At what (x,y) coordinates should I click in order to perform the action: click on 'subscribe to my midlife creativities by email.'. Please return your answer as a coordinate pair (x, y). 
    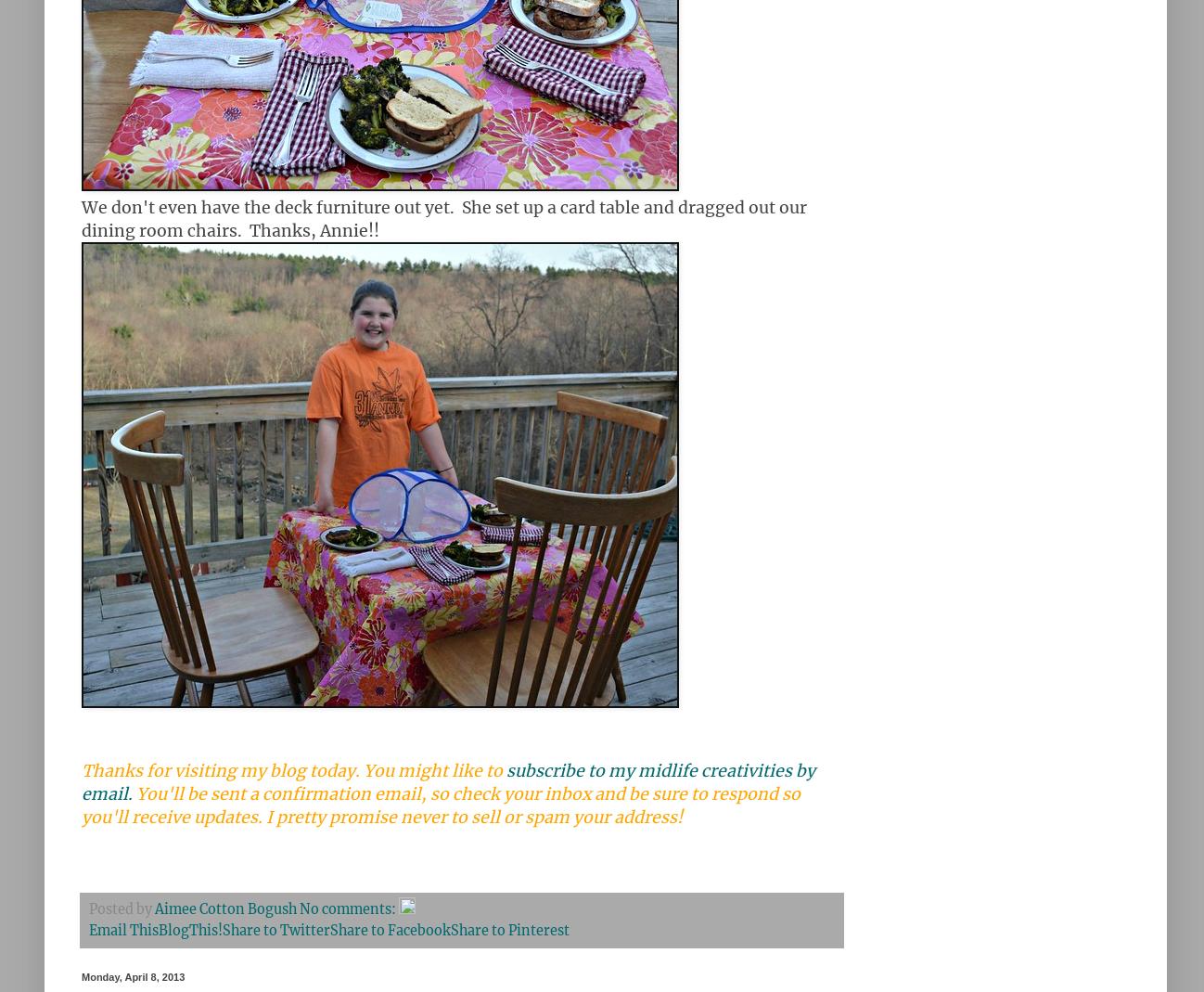
    Looking at the image, I should click on (82, 782).